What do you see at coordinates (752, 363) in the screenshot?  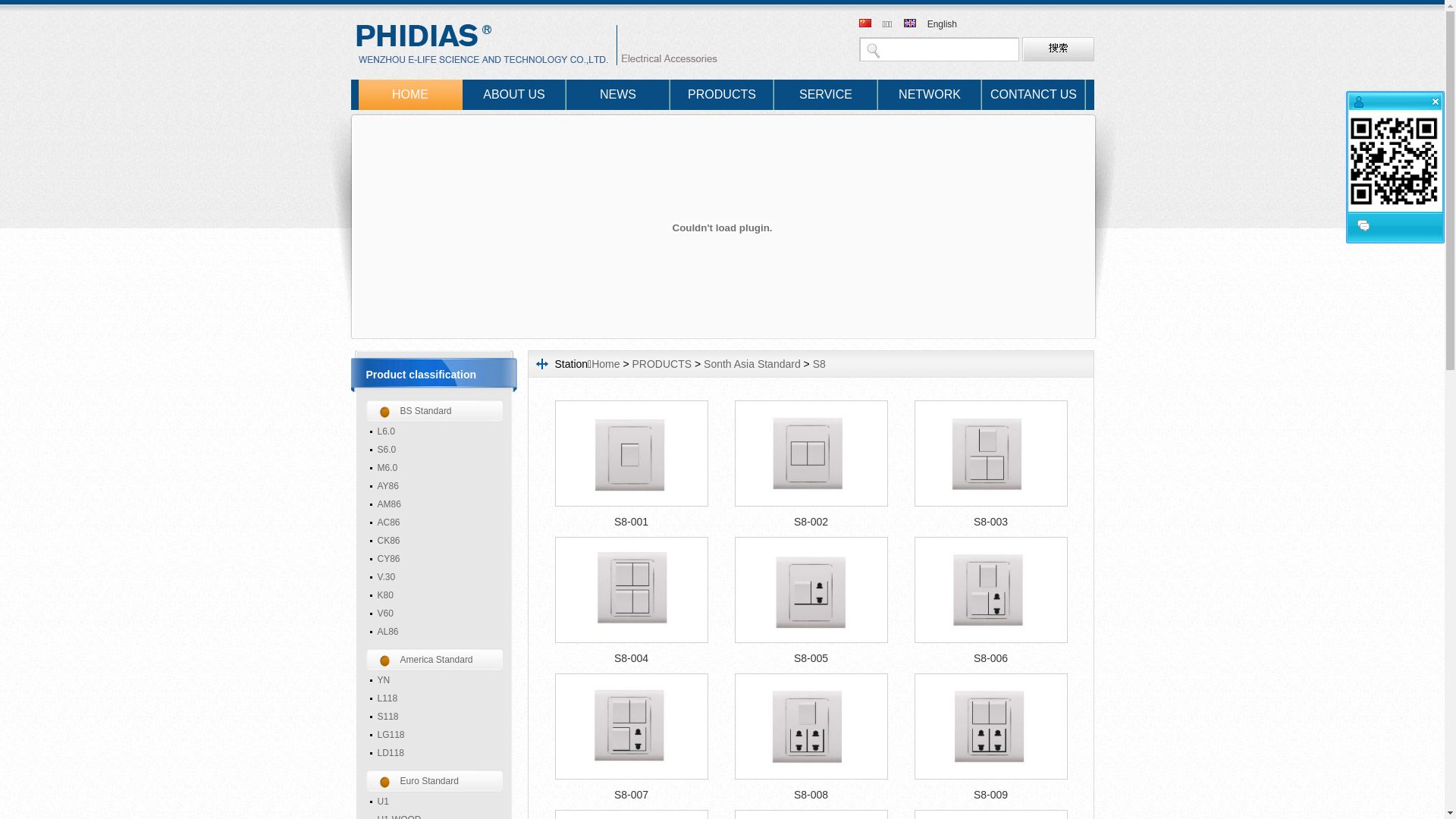 I see `'Sonth Asia Standard'` at bounding box center [752, 363].